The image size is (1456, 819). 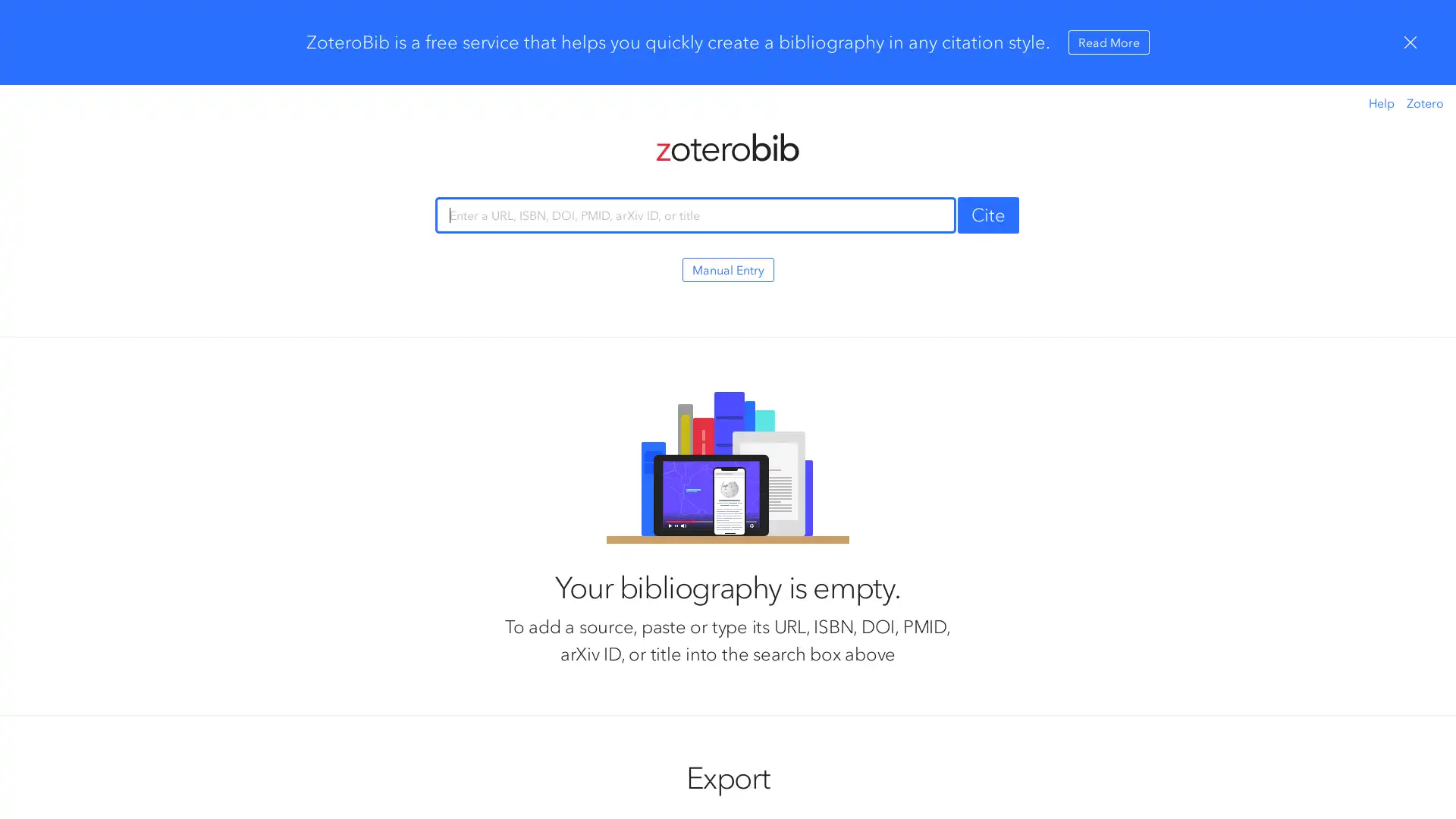 What do you see at coordinates (988, 215) in the screenshot?
I see `Cite` at bounding box center [988, 215].